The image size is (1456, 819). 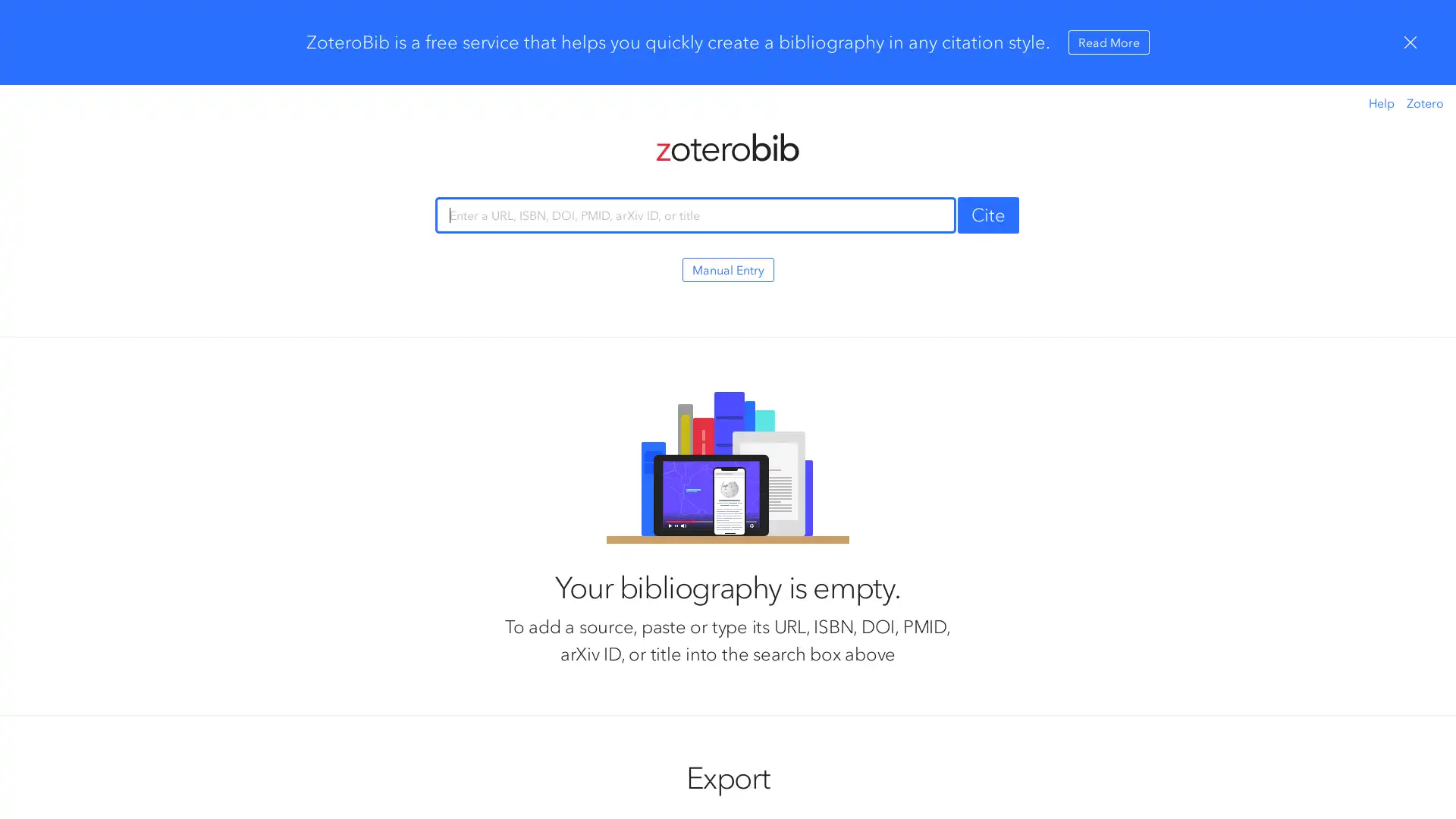 What do you see at coordinates (988, 215) in the screenshot?
I see `Cite` at bounding box center [988, 215].